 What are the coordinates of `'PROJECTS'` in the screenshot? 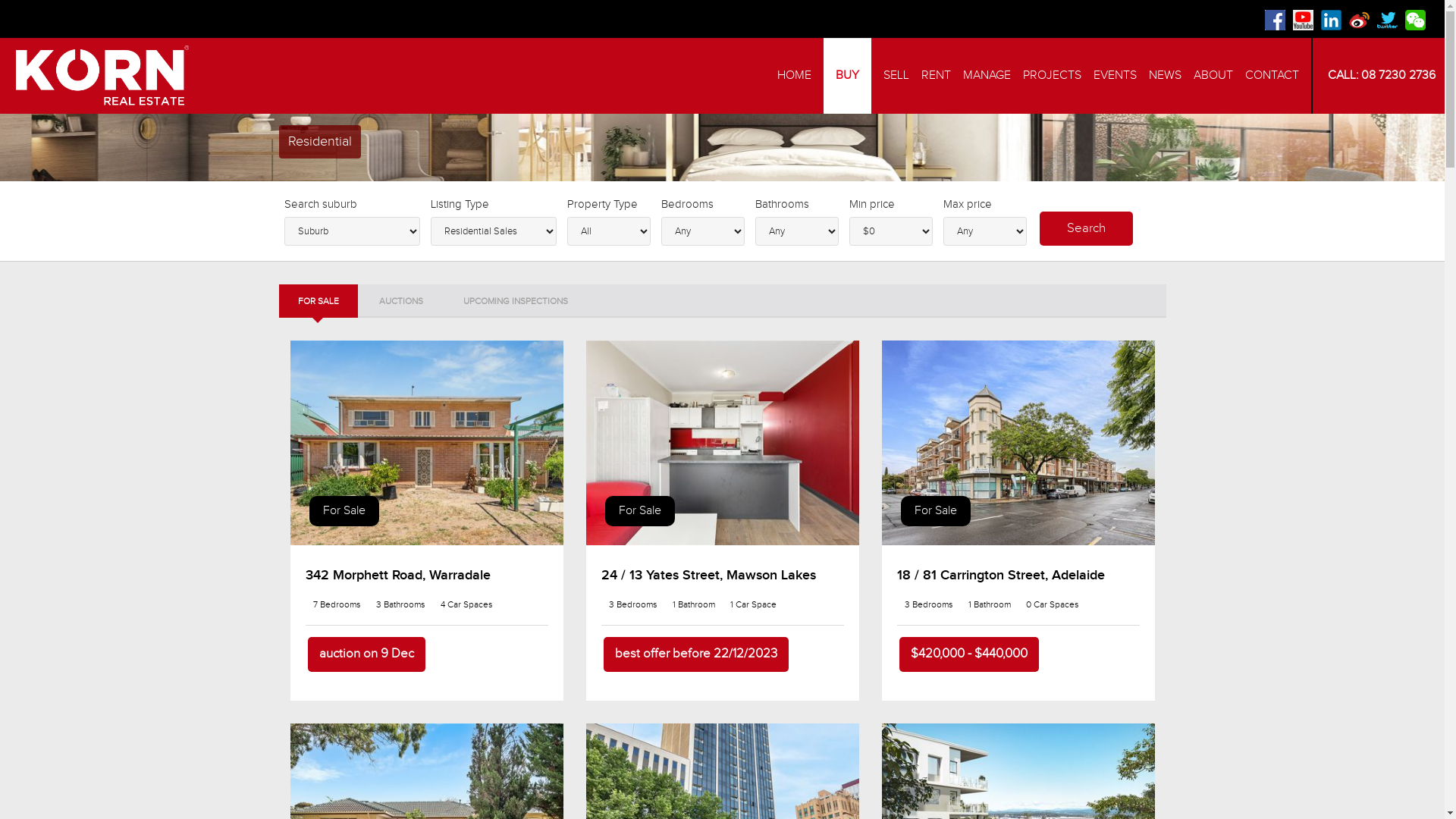 It's located at (1051, 76).